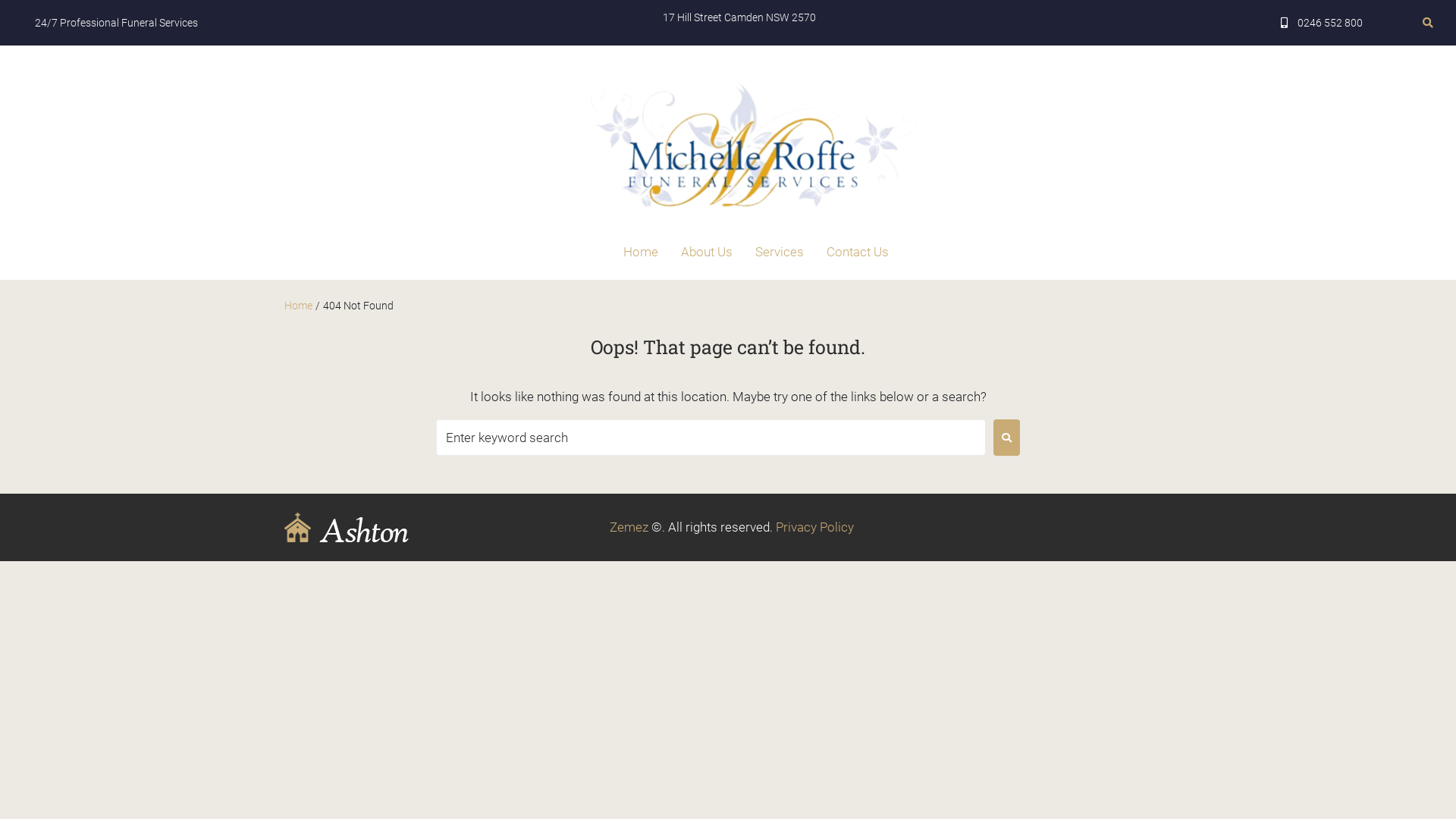 The image size is (1456, 819). I want to click on 'Privacy Policy', so click(814, 526).